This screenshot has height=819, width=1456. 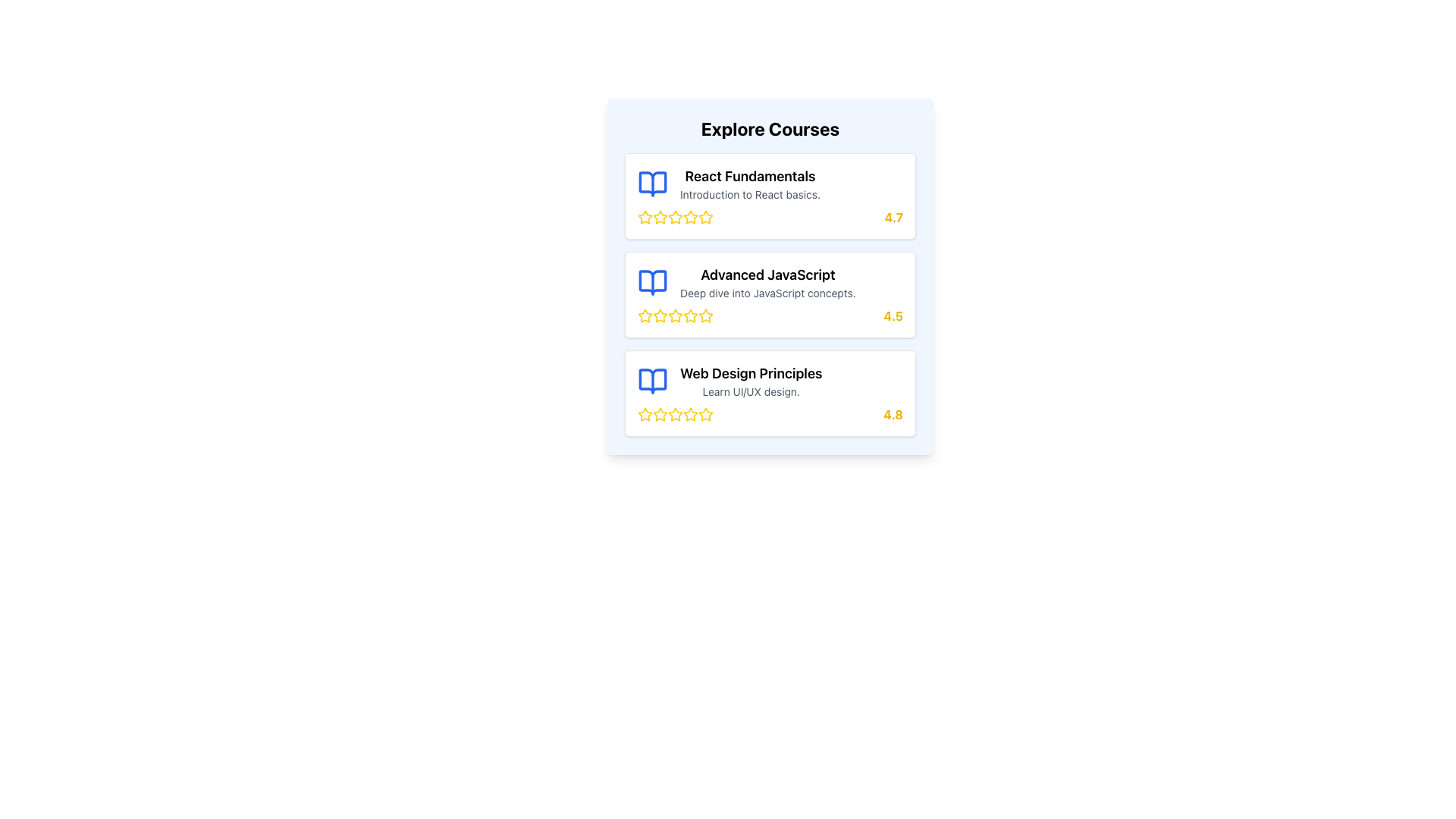 What do you see at coordinates (673, 414) in the screenshot?
I see `the third star icon in the rating system for the course 'Web Design Principles' to provide a rating` at bounding box center [673, 414].